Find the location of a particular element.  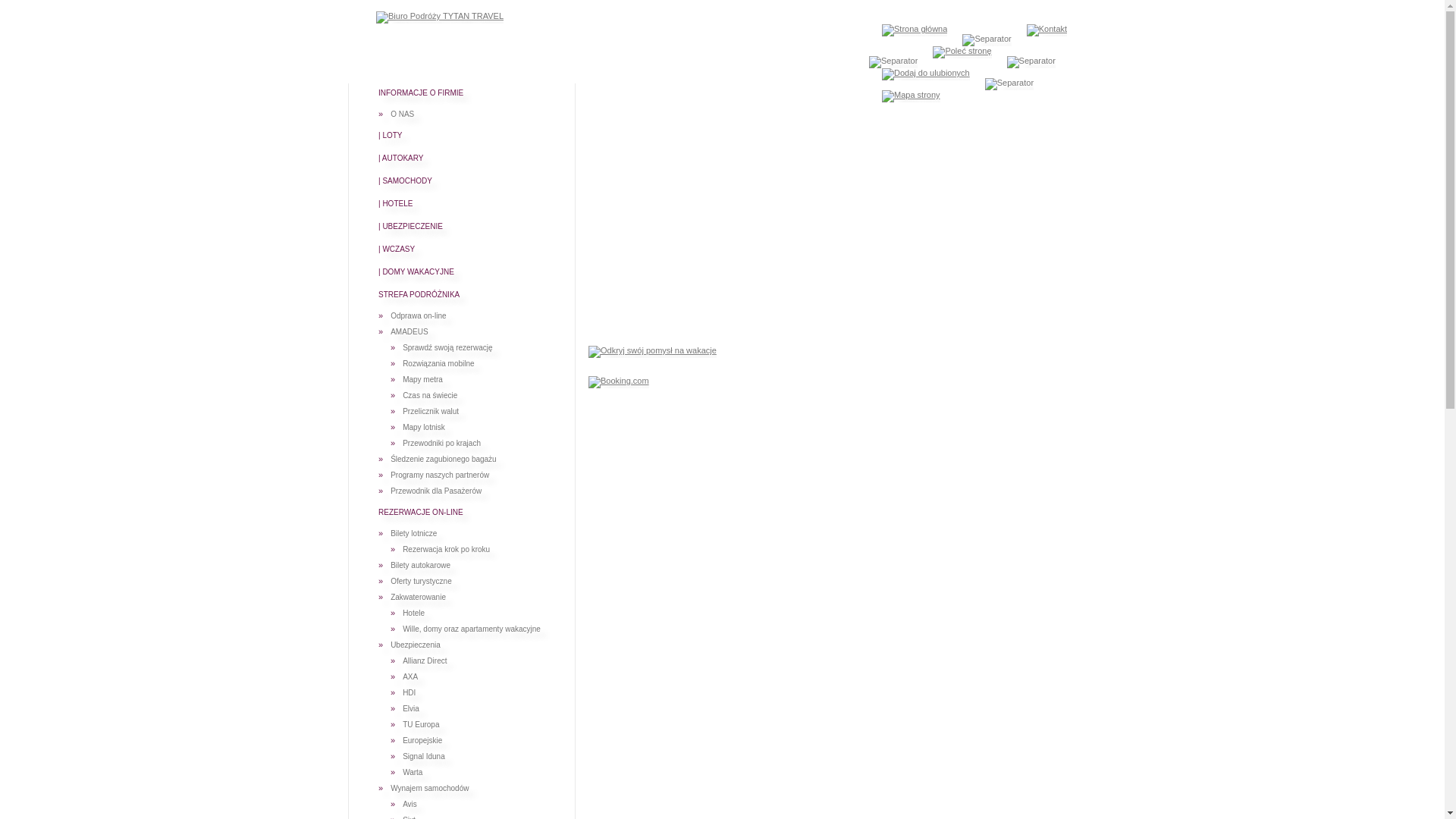

'O NAS' is located at coordinates (402, 113).